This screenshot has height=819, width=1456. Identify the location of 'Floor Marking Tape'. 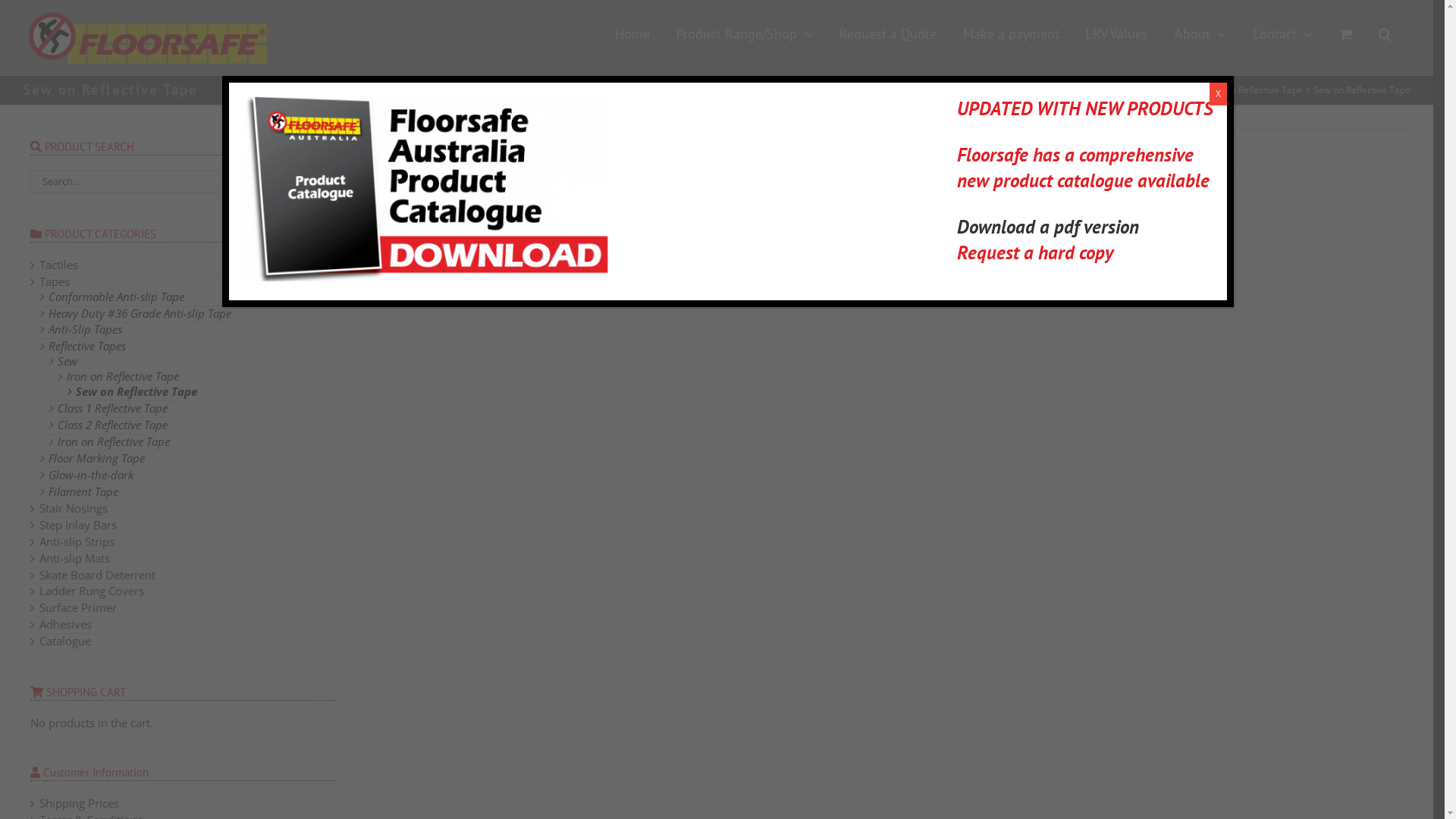
(48, 457).